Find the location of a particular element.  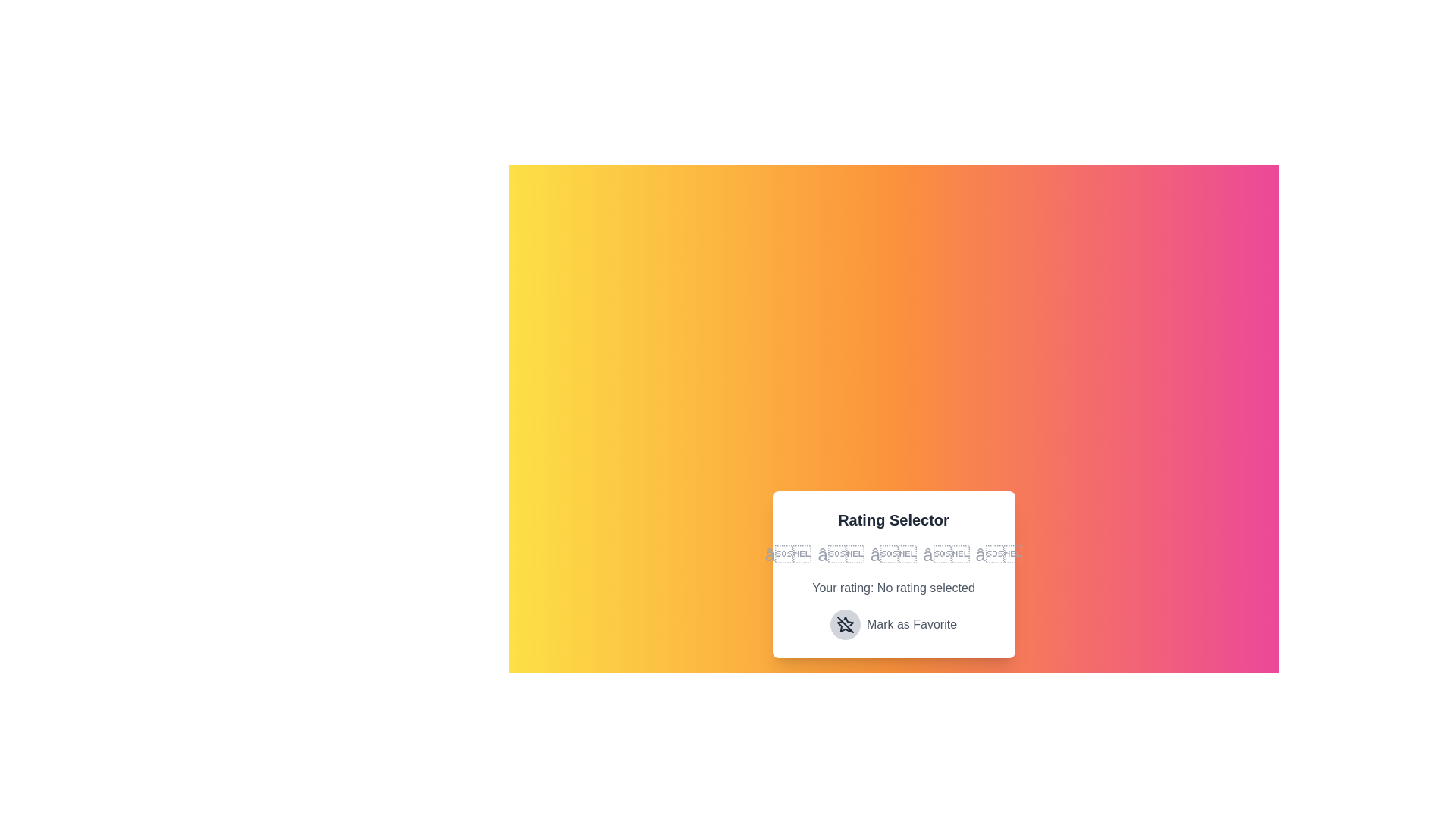

the 'Mark as Favorite' text label, which is positioned in the bottom portion of a card-like UI component, to the right of a circular star icon is located at coordinates (911, 625).